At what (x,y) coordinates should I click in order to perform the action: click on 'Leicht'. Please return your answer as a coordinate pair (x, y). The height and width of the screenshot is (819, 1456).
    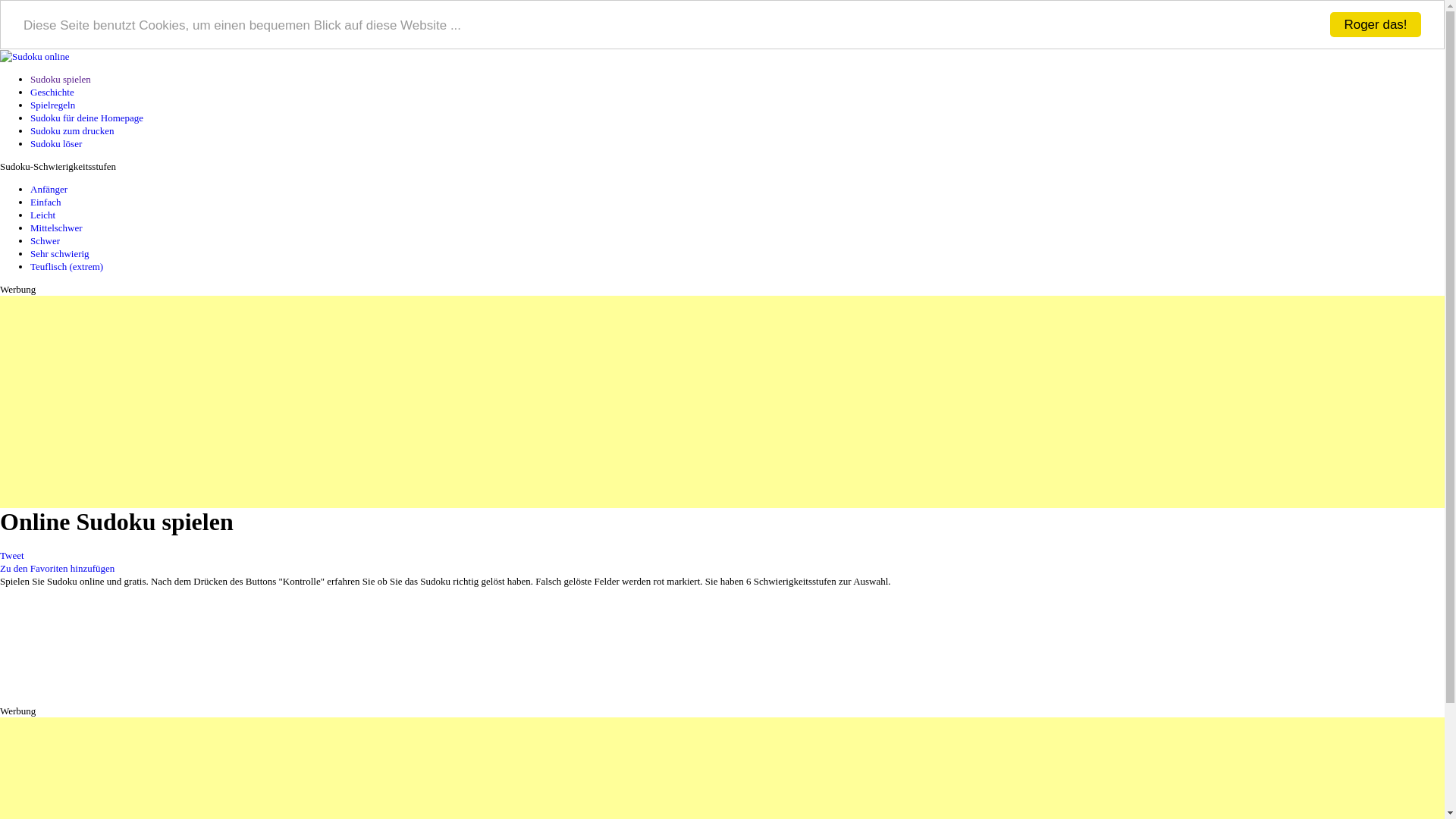
    Looking at the image, I should click on (42, 215).